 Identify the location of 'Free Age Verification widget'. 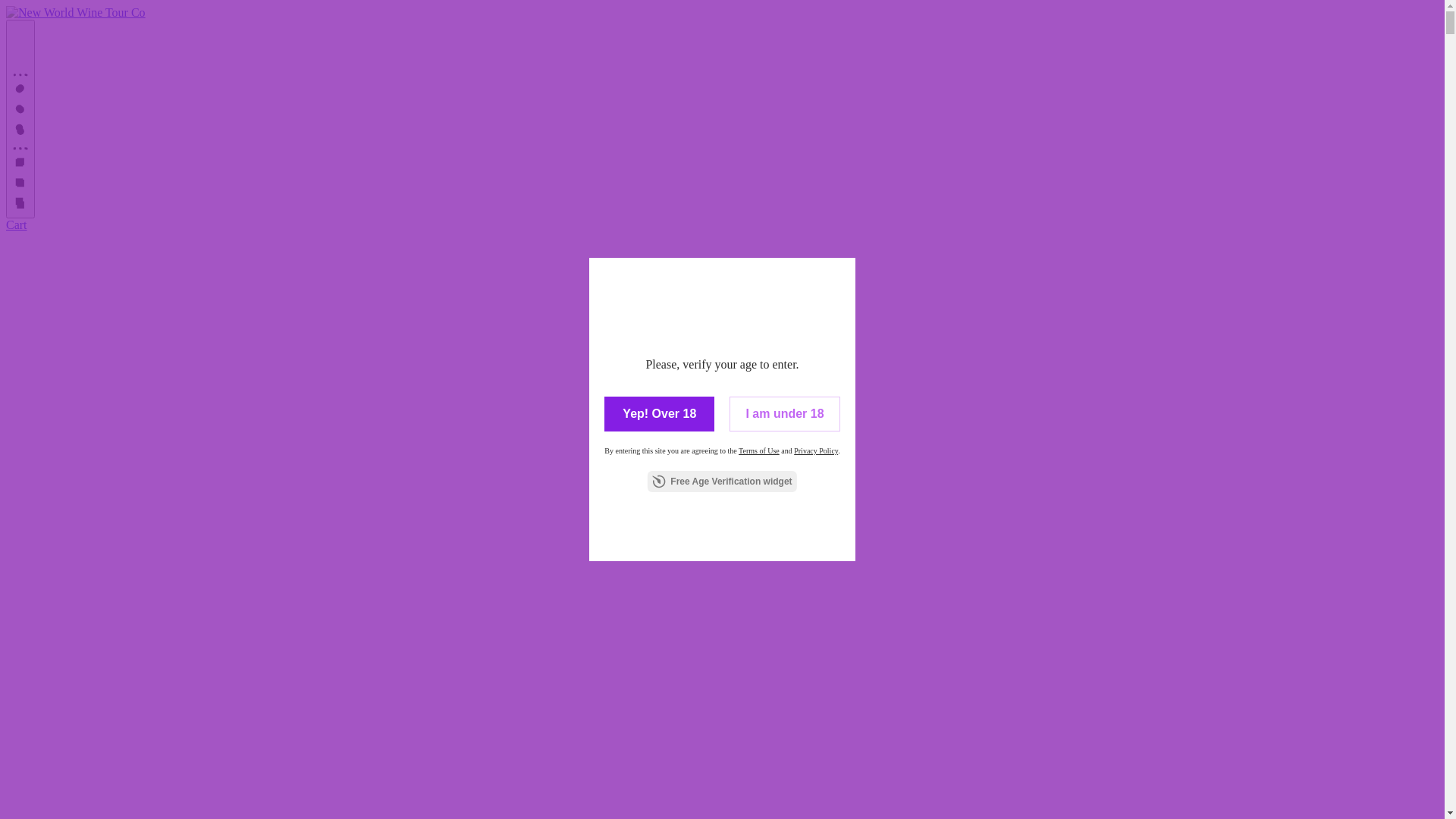
(720, 482).